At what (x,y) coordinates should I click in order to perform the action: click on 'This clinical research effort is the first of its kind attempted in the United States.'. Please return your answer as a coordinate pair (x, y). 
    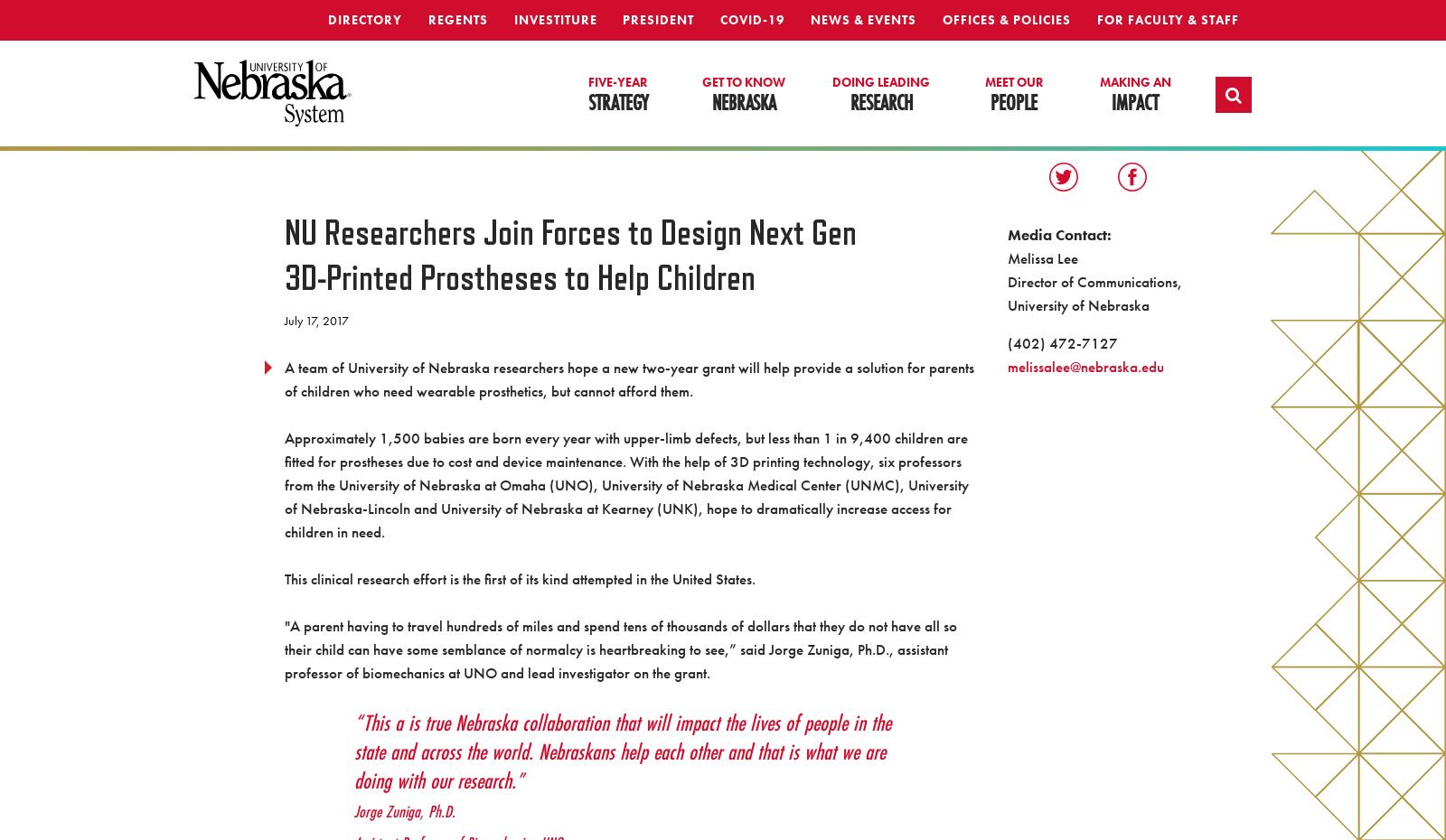
    Looking at the image, I should click on (518, 577).